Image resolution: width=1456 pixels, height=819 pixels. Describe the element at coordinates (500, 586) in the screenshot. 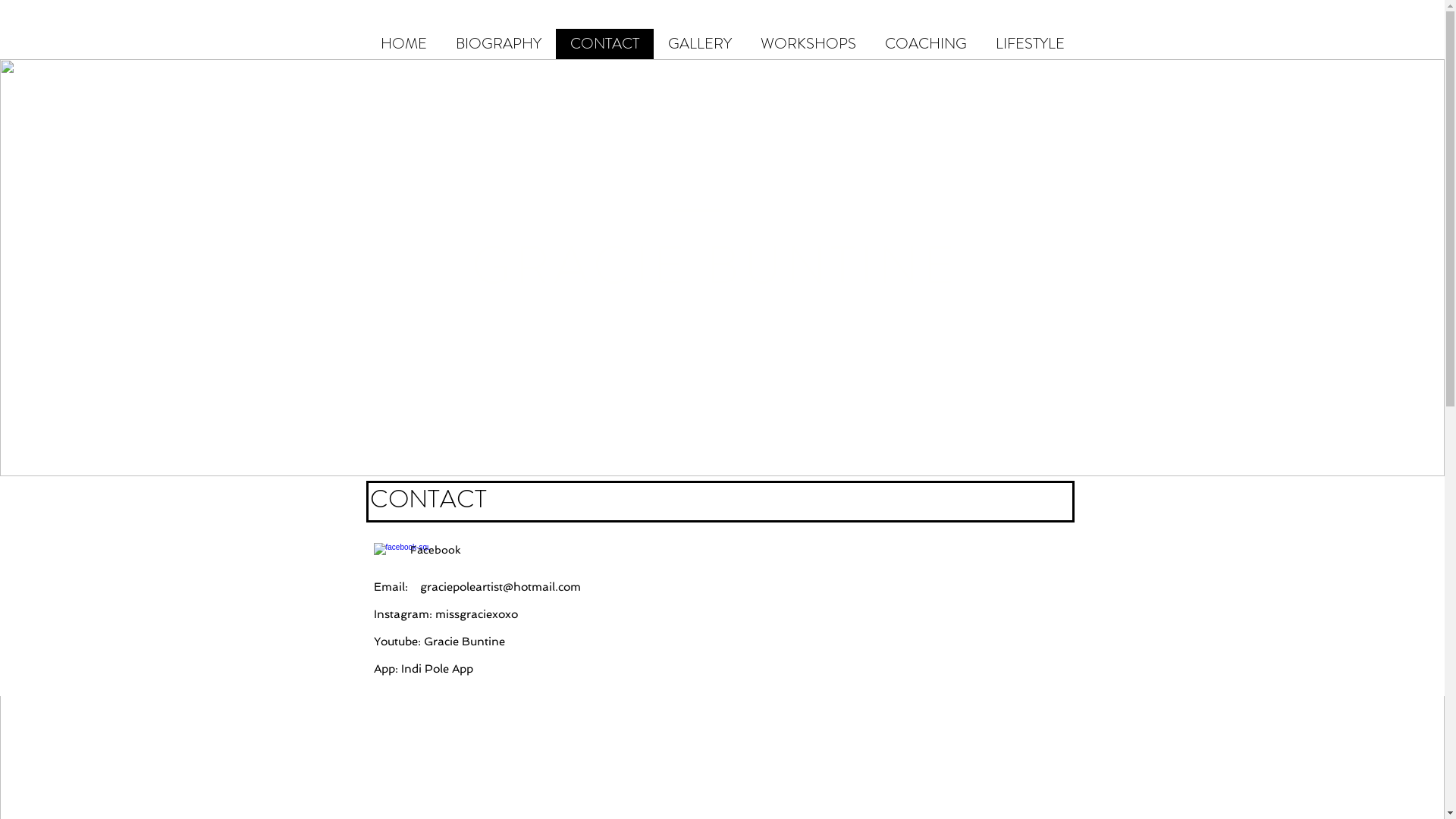

I see `'graciepoleartist@hotmail.com'` at that location.